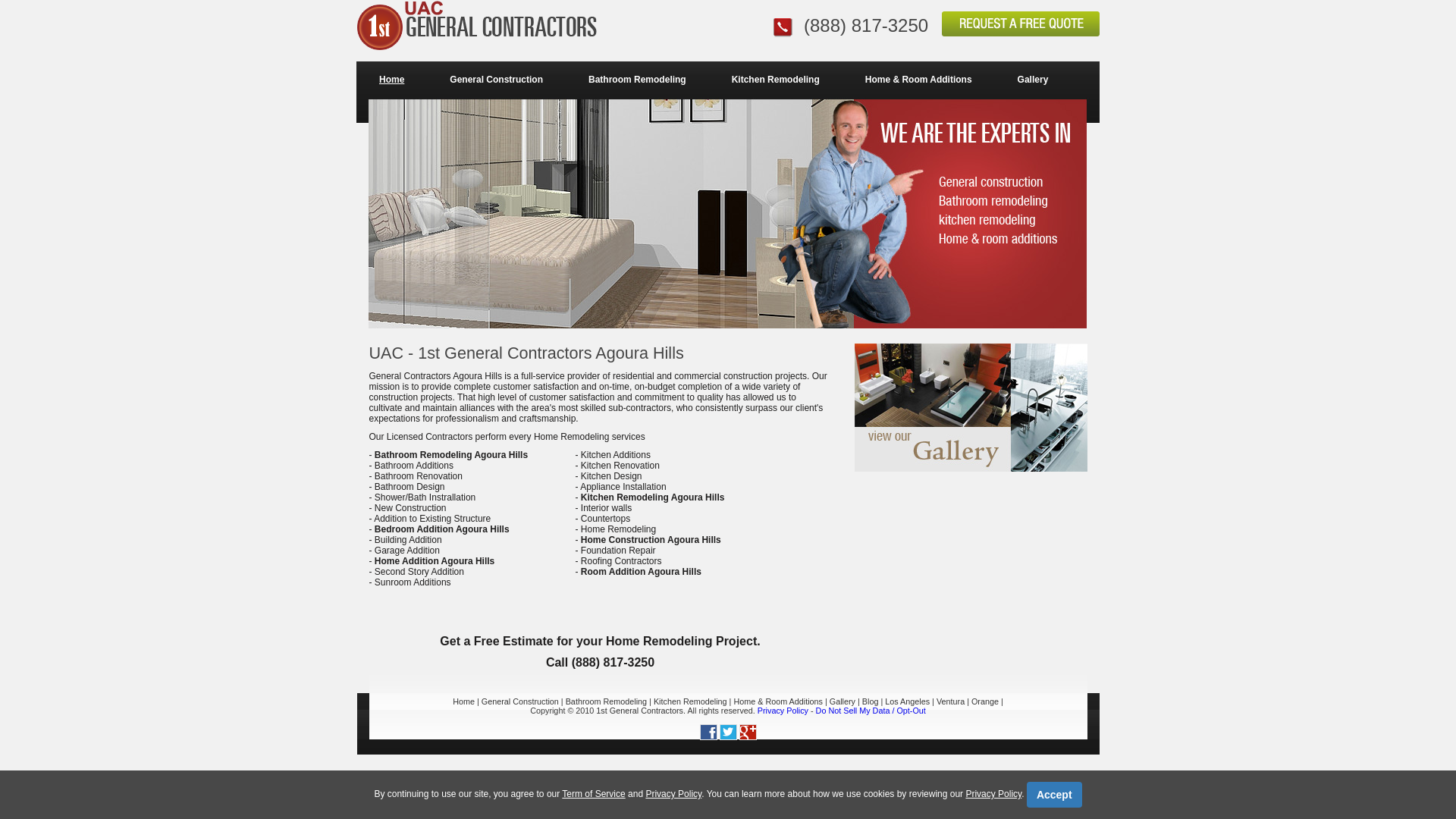 Image resolution: width=1456 pixels, height=819 pixels. I want to click on 'Ventura', so click(949, 701).